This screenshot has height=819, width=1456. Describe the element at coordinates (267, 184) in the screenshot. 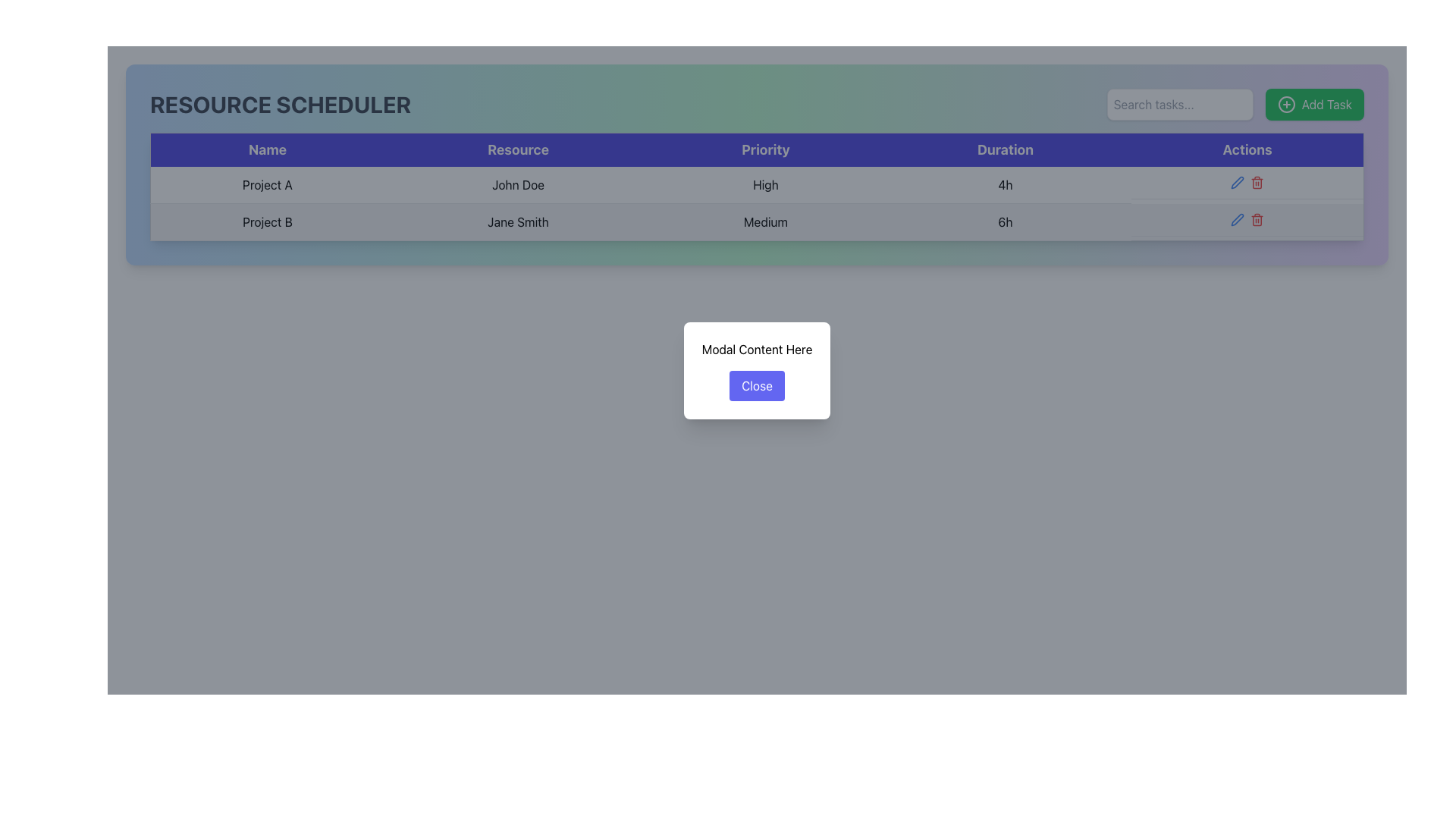

I see `text from the Text label representing the project name in the first column of the top row of the resource scheduling table under the 'Name' header` at that location.